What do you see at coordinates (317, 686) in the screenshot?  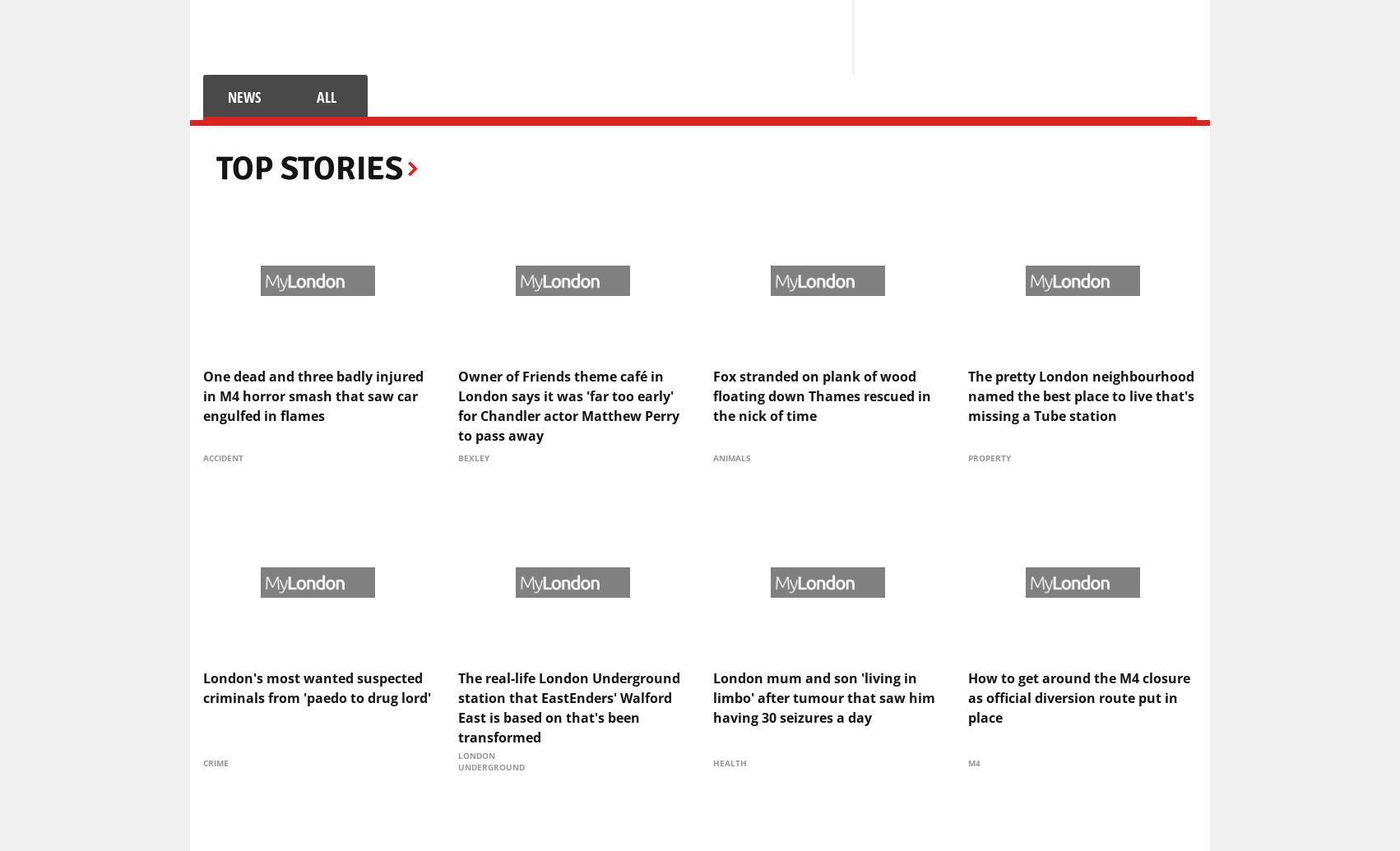 I see `'London's most wanted suspected criminals from 'paedo to drug lord''` at bounding box center [317, 686].